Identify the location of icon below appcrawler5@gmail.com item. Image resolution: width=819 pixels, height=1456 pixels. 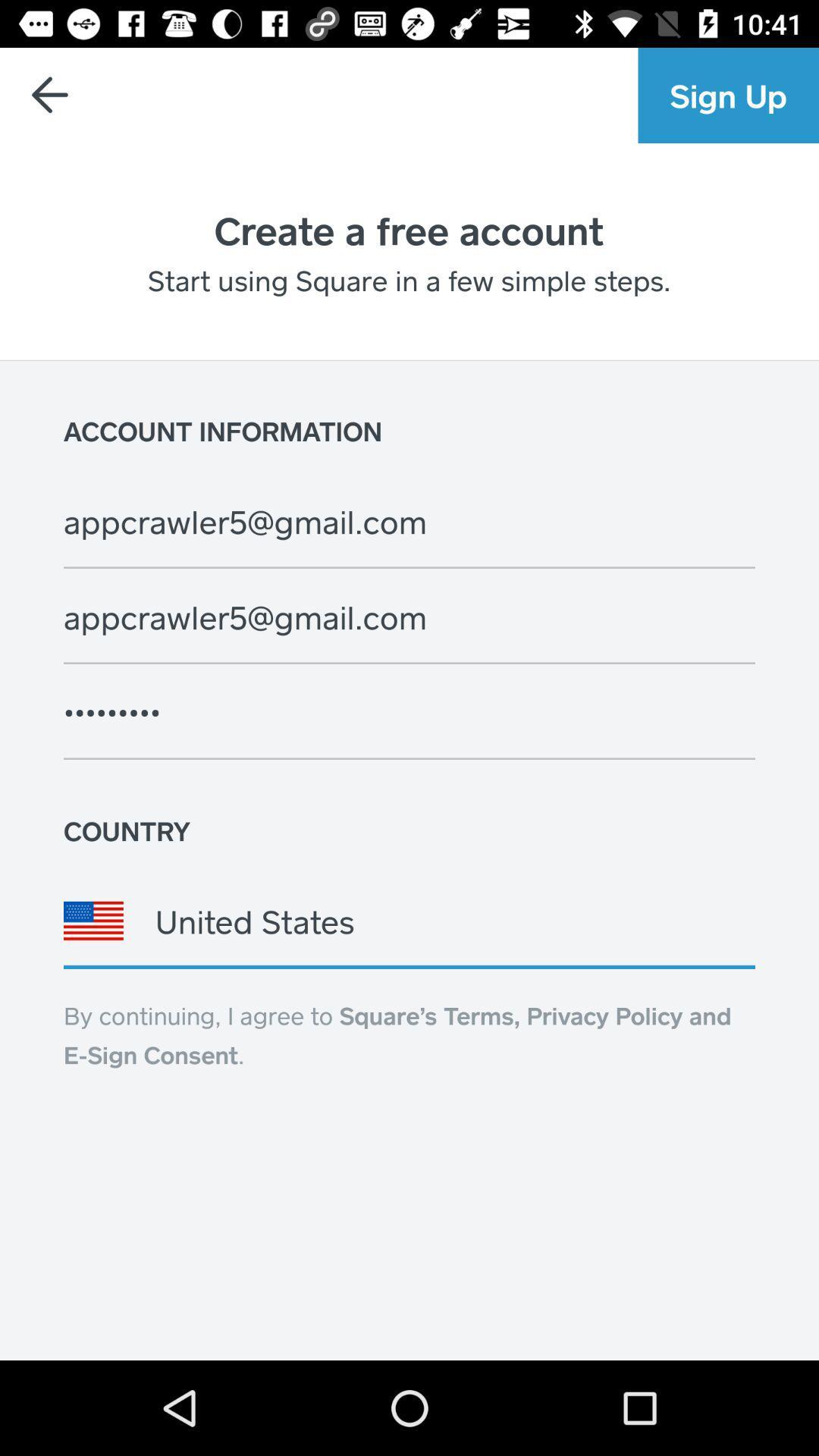
(409, 711).